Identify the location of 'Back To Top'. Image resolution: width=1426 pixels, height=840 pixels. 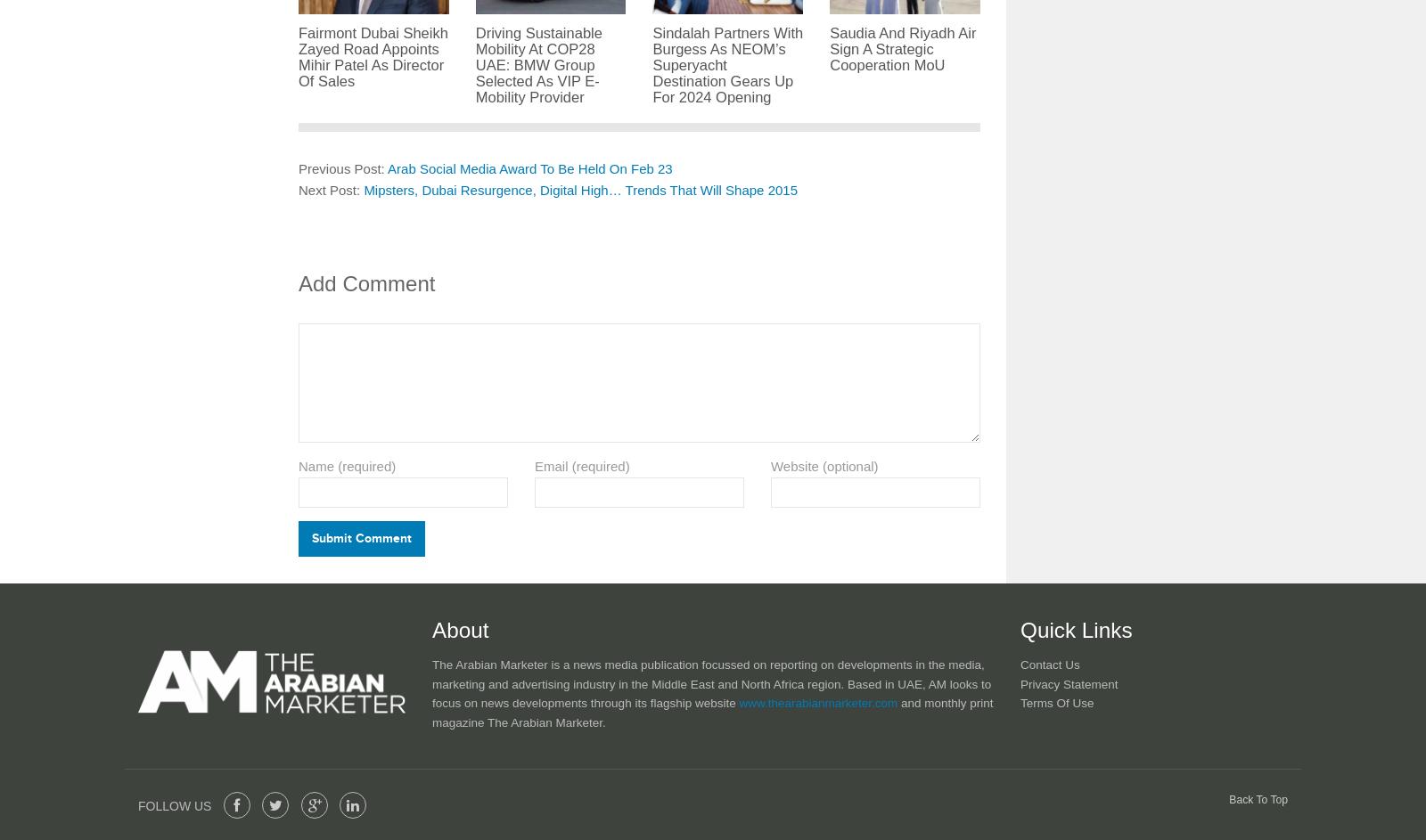
(1258, 797).